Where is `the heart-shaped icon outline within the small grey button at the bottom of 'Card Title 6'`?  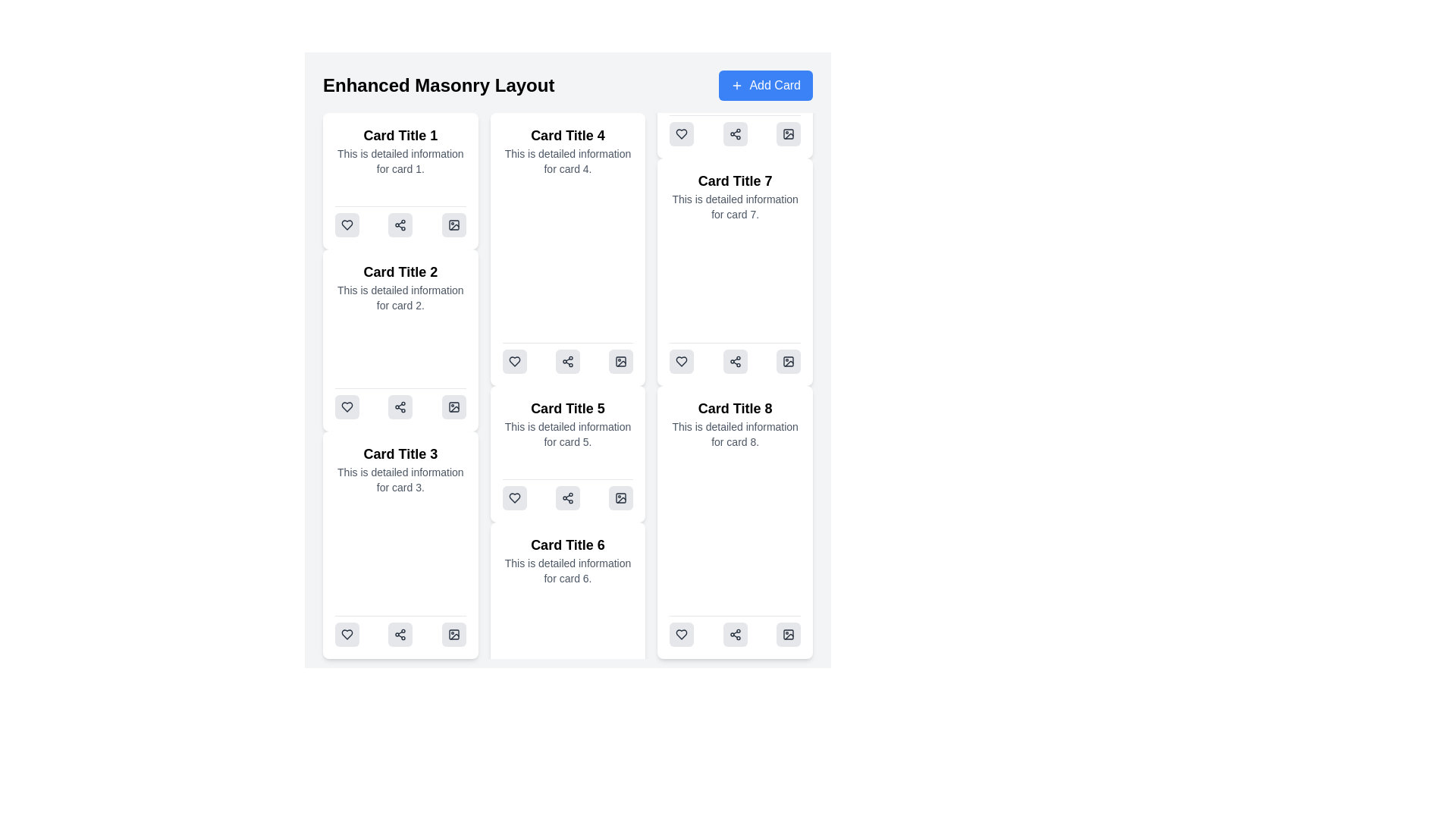
the heart-shaped icon outline within the small grey button at the bottom of 'Card Title 6' is located at coordinates (514, 497).